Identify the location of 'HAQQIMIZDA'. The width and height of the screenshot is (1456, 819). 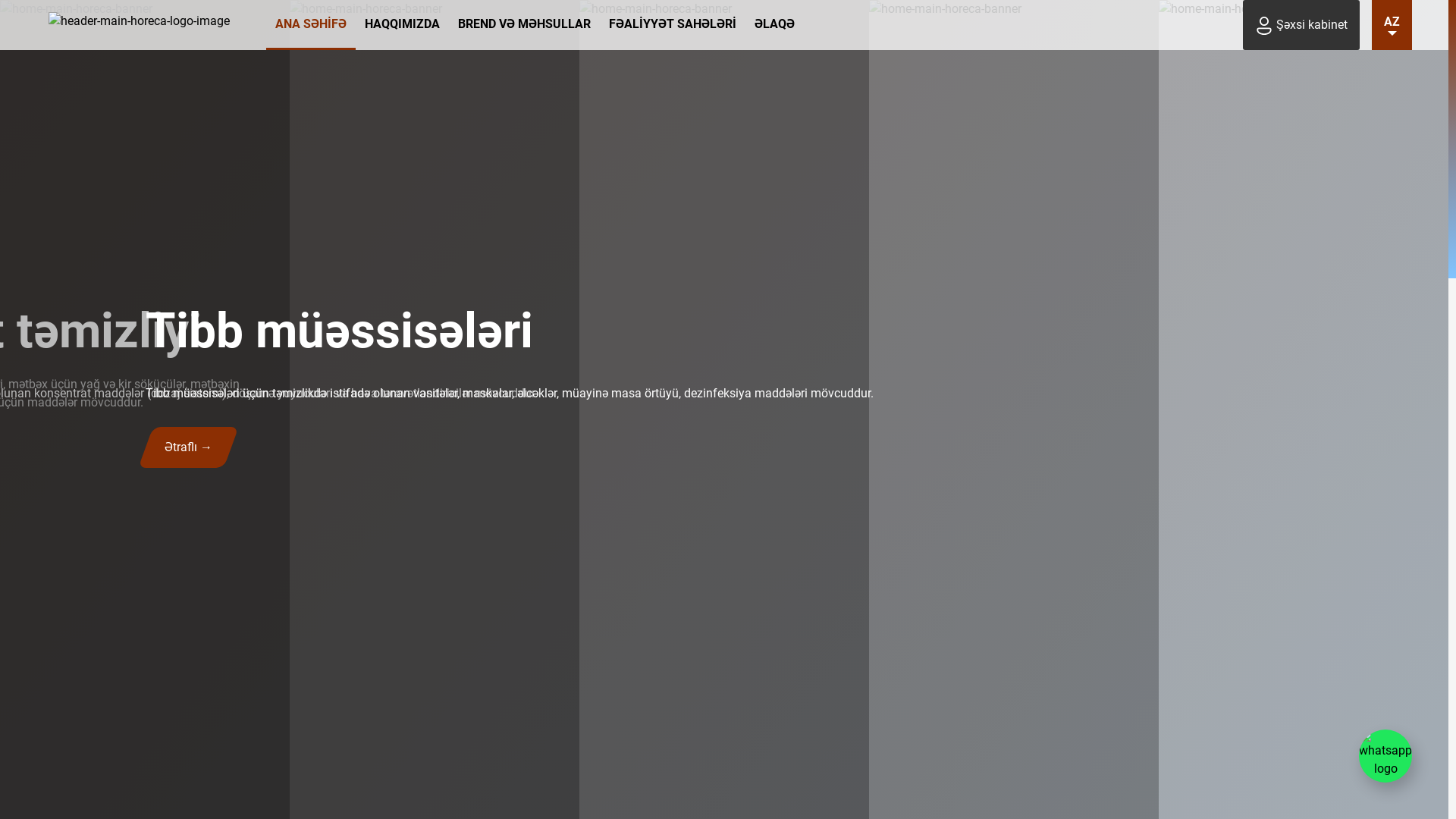
(355, 25).